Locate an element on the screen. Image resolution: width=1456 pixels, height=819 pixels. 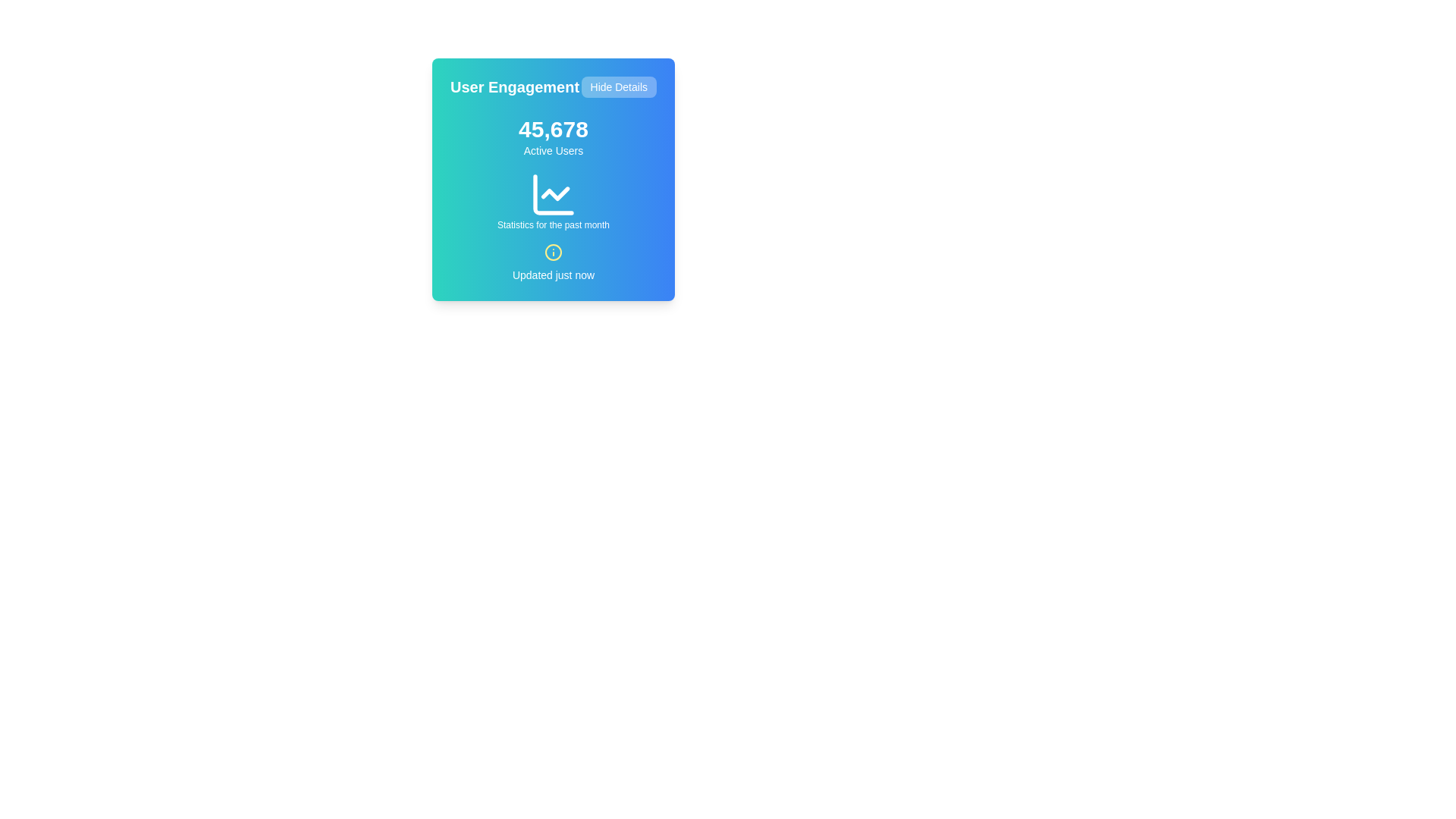
the 'User Engagement' text label, which is styled in bold and larger size, located at the top-left of the header section, to the left of the 'Hide Details' button is located at coordinates (515, 87).